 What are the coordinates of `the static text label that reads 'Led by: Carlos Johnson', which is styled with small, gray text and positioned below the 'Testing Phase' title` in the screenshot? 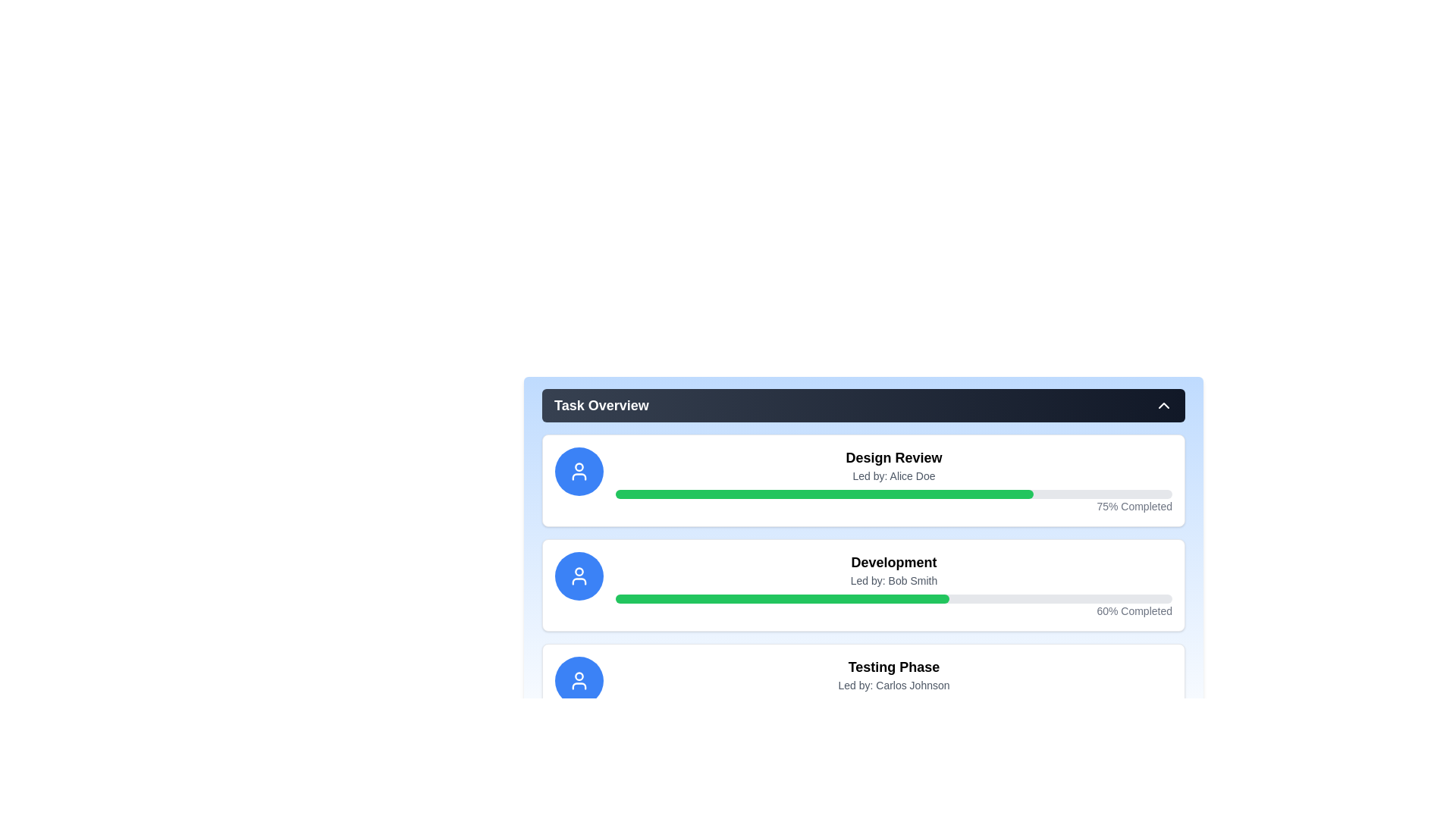 It's located at (894, 685).